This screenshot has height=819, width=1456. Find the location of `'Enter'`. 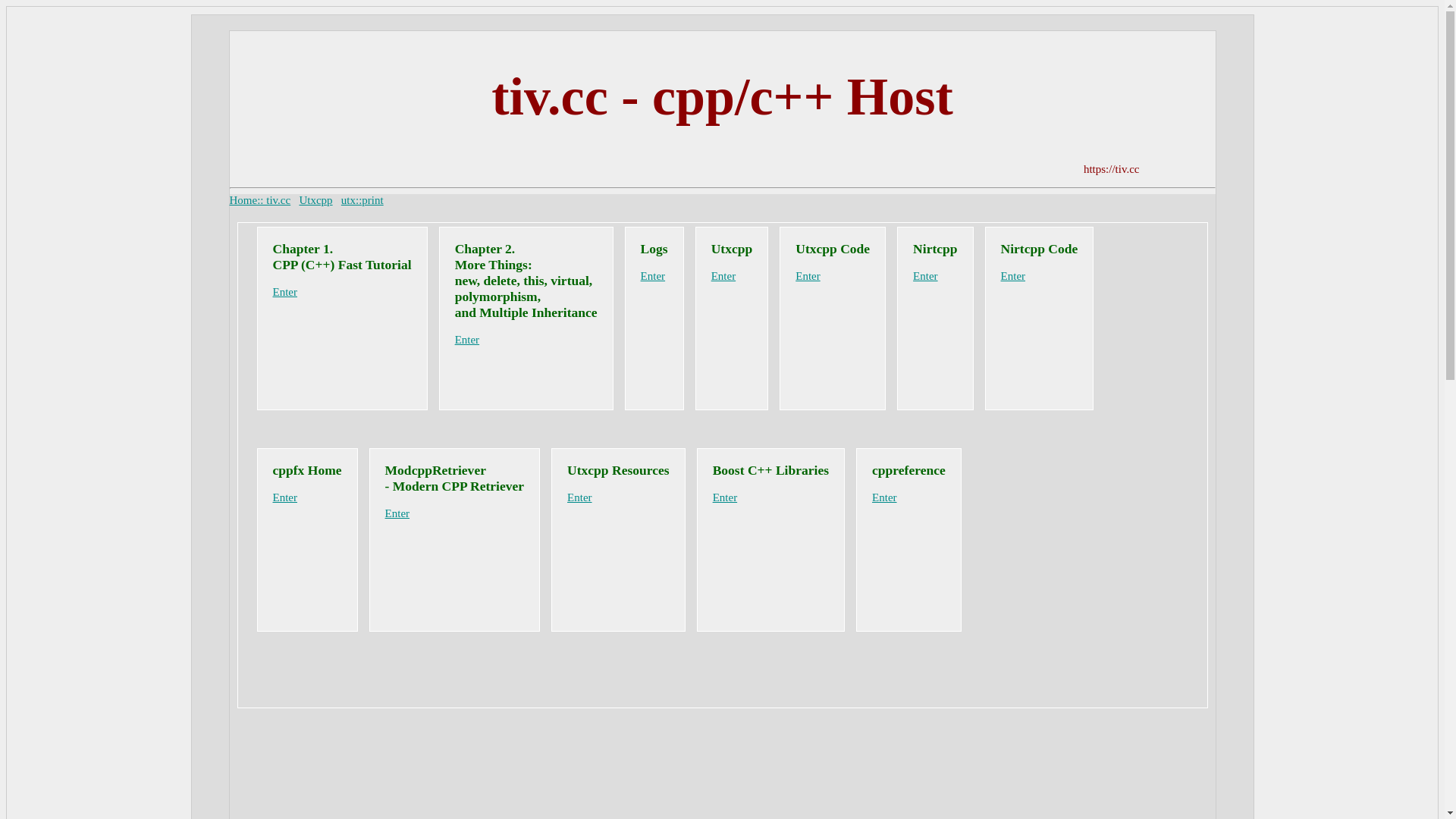

'Enter' is located at coordinates (640, 275).